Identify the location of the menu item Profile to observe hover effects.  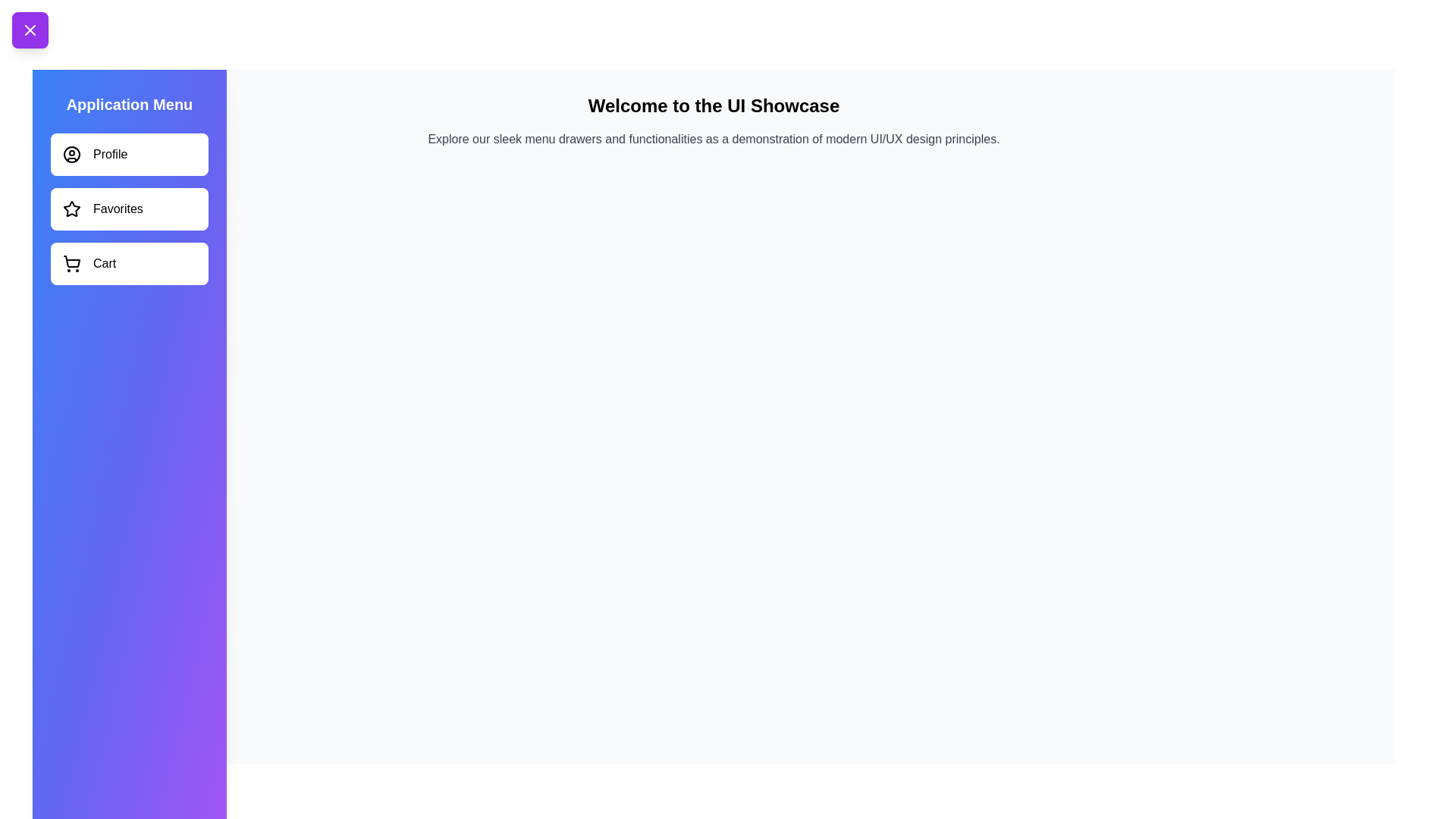
(130, 155).